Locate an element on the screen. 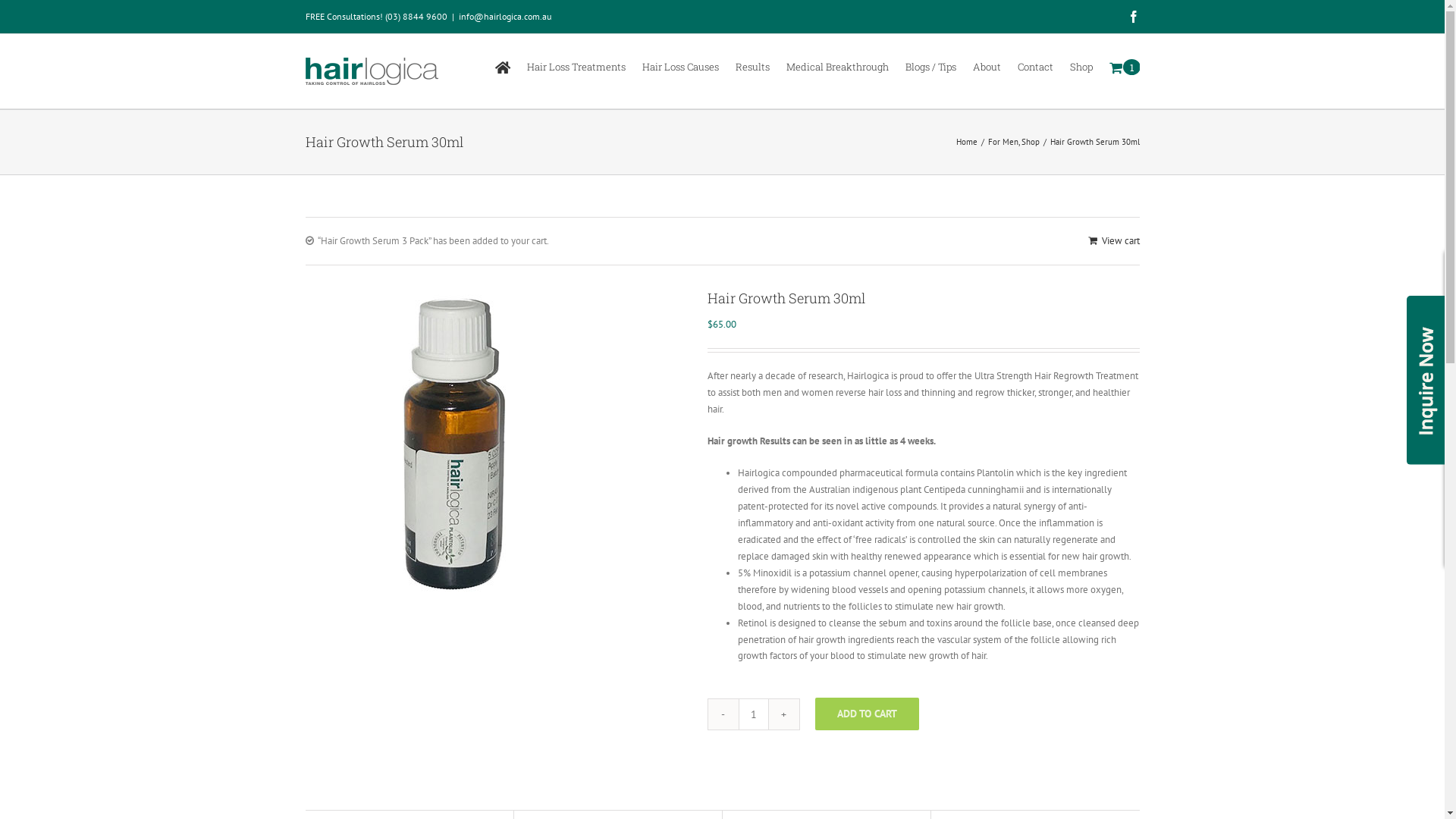  'About' is located at coordinates (986, 65).